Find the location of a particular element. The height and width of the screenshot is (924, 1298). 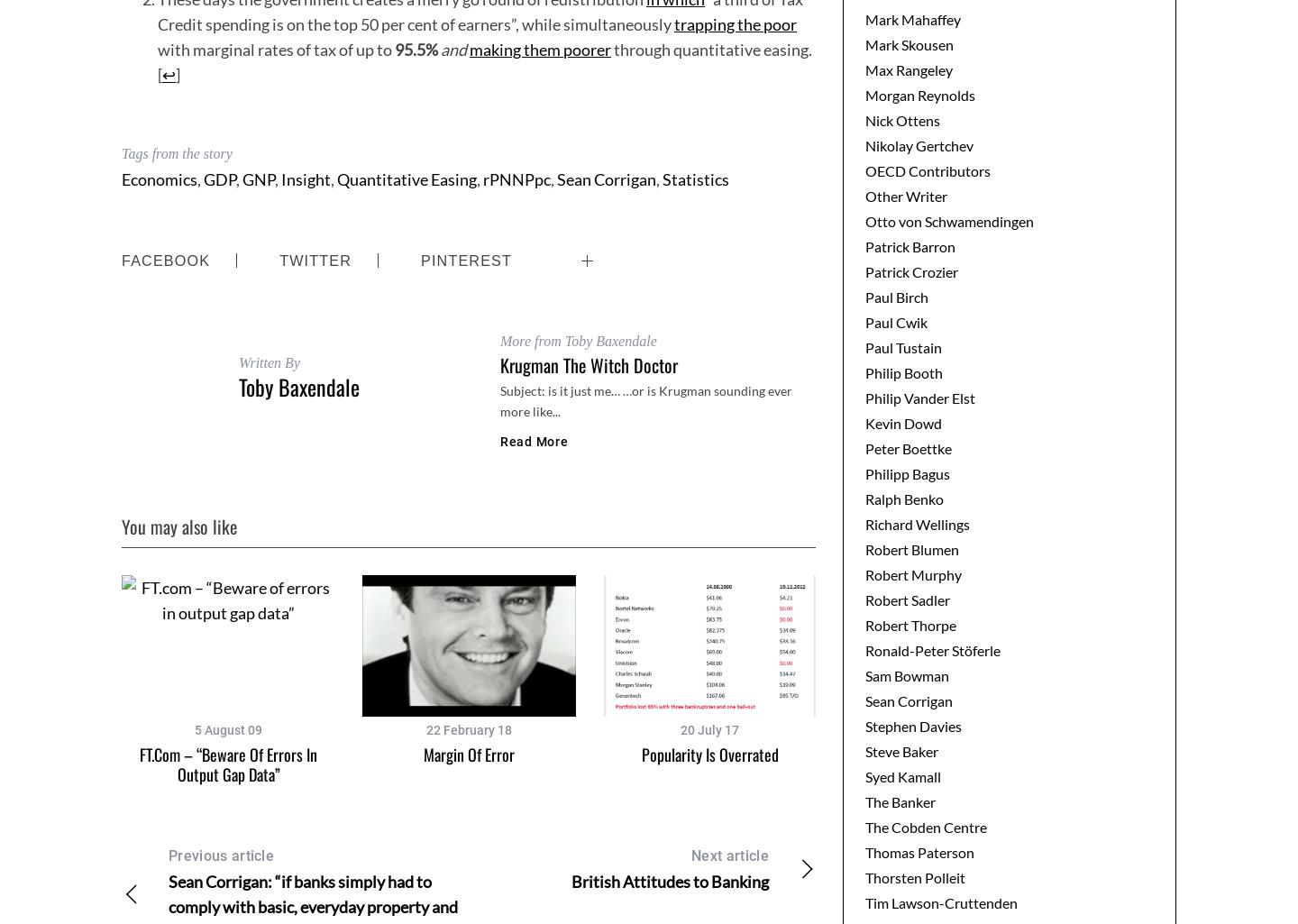

'Paul Birch' is located at coordinates (896, 295).